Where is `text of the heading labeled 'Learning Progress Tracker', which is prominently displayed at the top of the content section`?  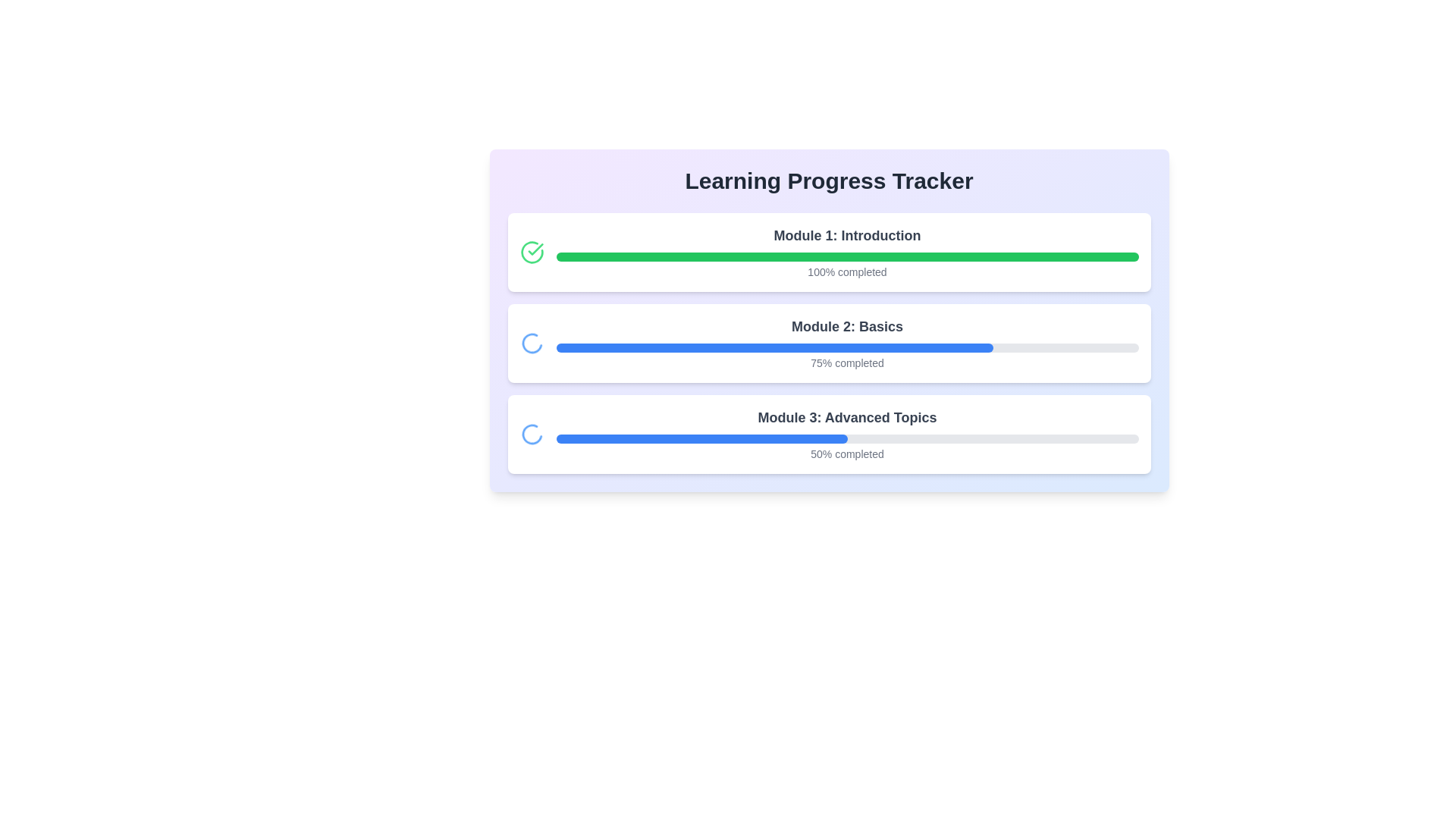
text of the heading labeled 'Learning Progress Tracker', which is prominently displayed at the top of the content section is located at coordinates (828, 180).